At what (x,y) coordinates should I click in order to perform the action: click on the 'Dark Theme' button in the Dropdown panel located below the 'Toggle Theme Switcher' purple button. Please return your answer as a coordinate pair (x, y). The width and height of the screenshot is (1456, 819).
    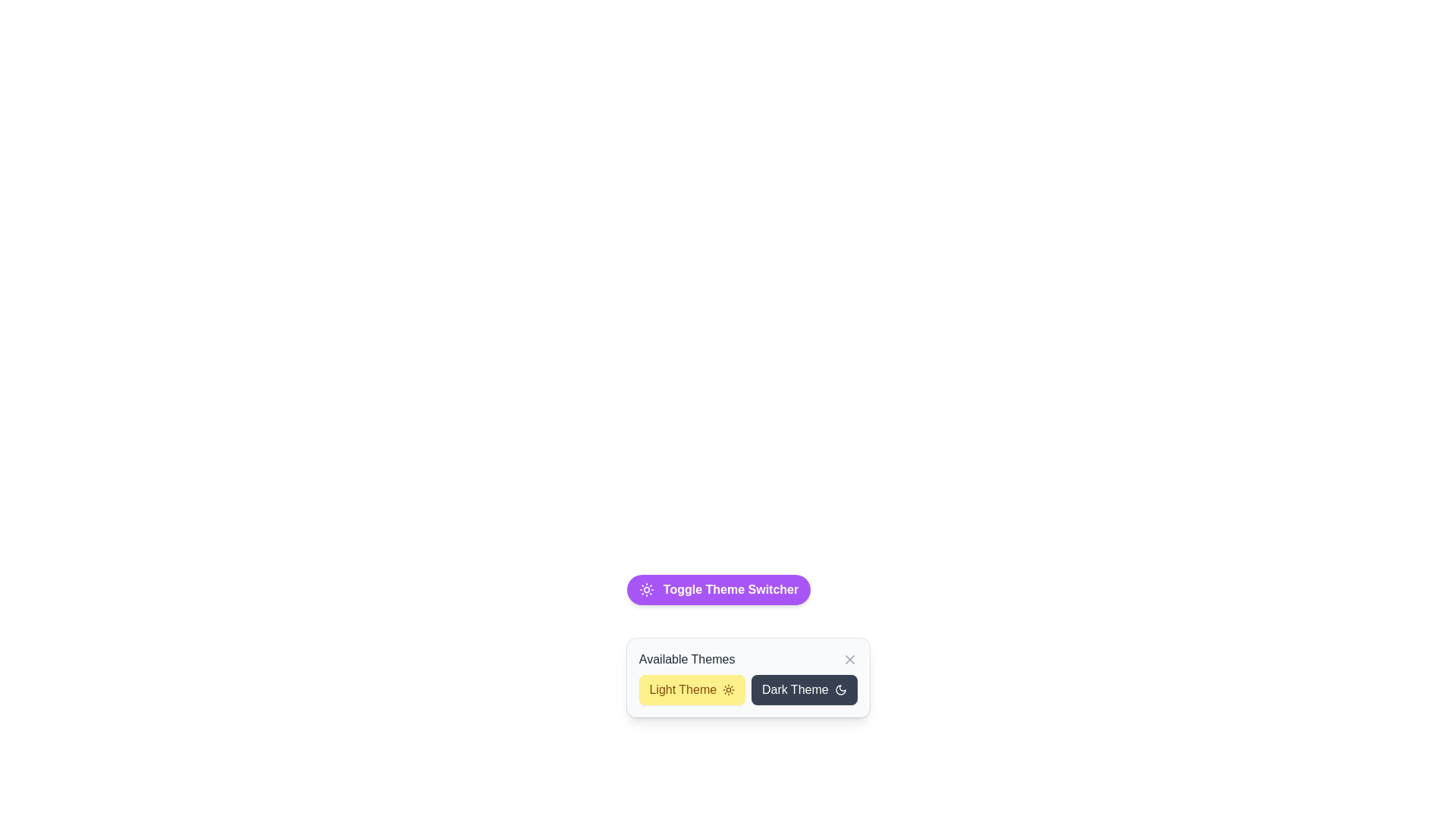
    Looking at the image, I should click on (748, 677).